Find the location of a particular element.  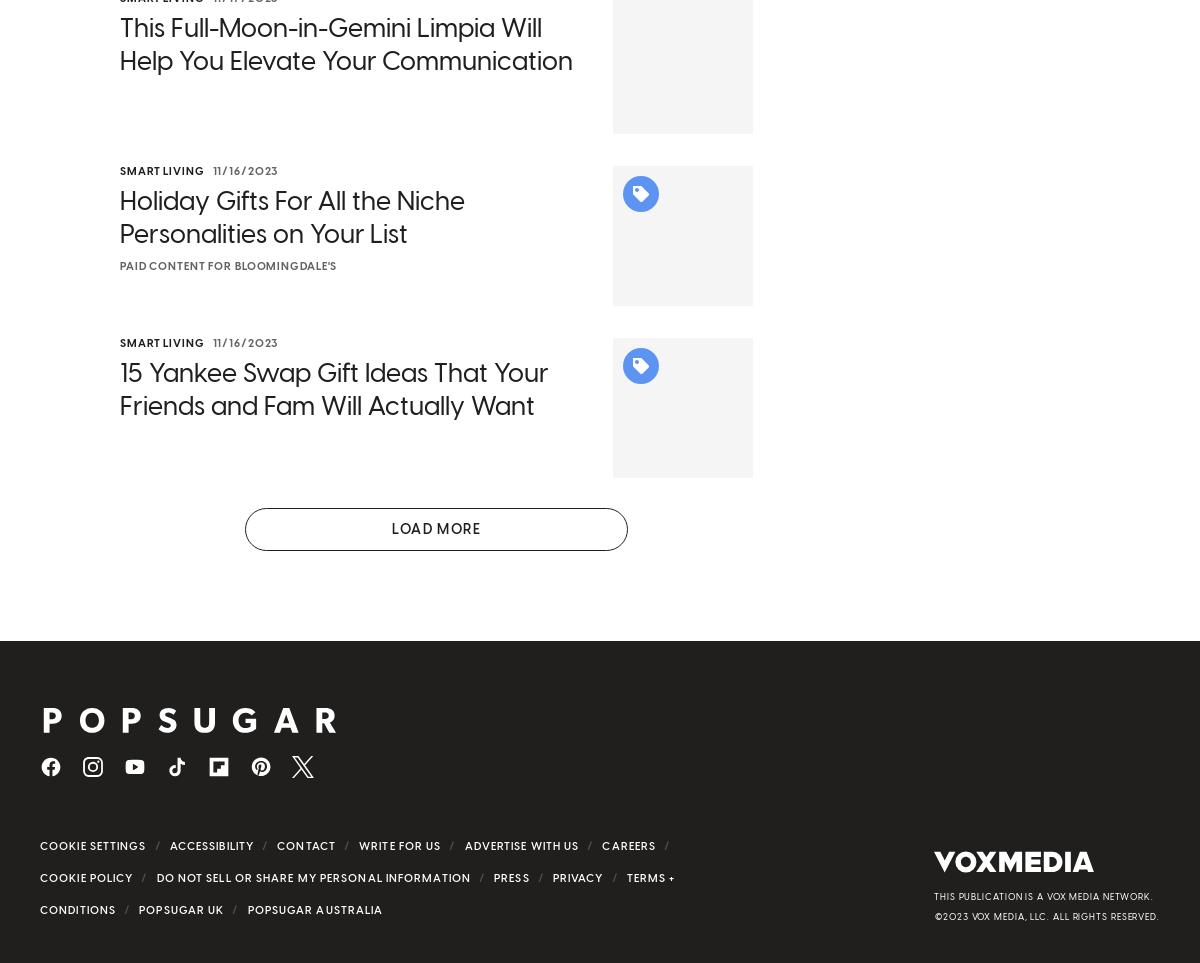

'This Full-Moon-in-Gemini Limpia Will Help You Elevate Your Communication' is located at coordinates (346, 71).